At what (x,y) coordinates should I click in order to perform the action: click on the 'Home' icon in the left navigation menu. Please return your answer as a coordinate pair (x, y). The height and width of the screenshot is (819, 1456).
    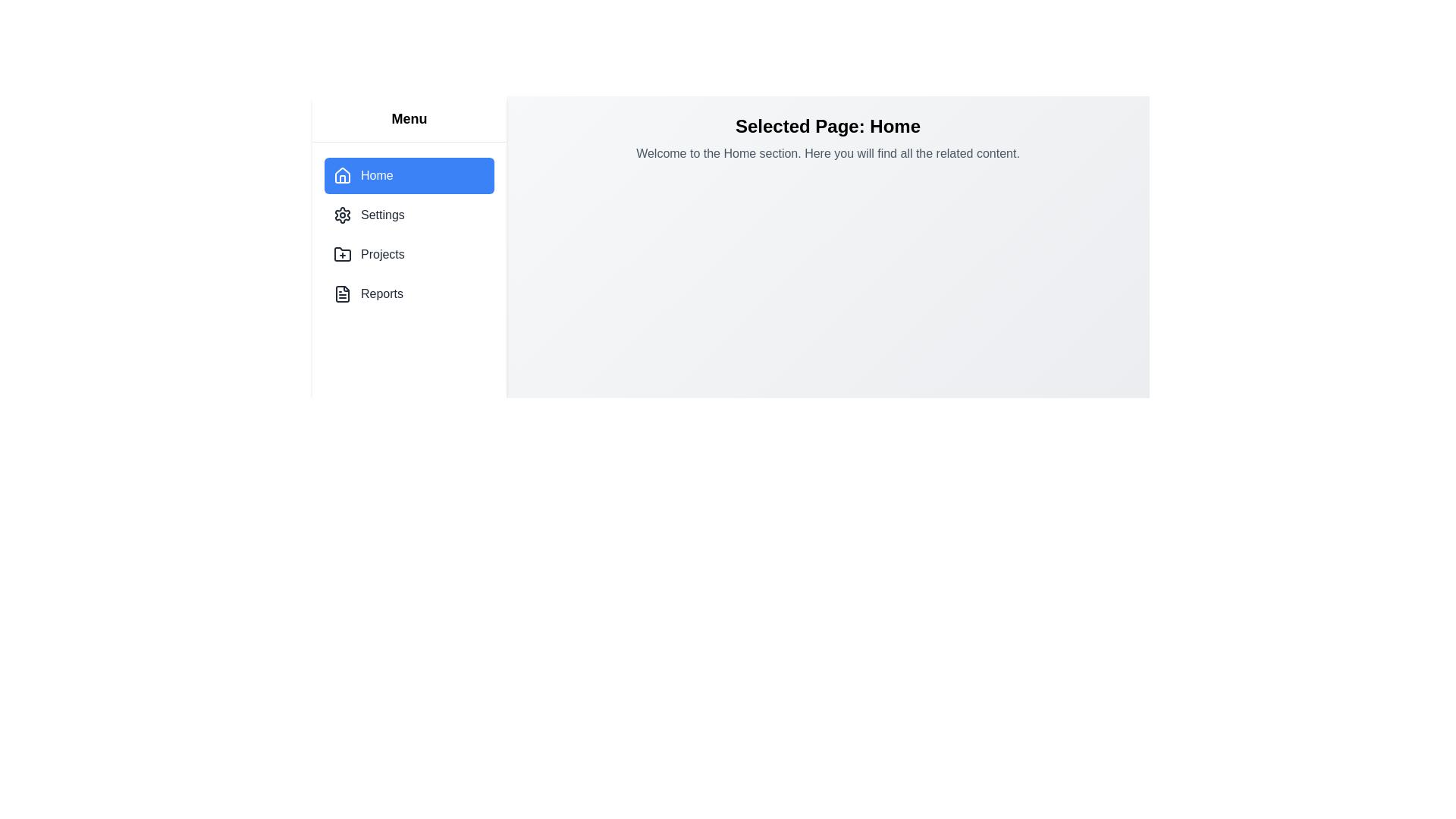
    Looking at the image, I should click on (341, 174).